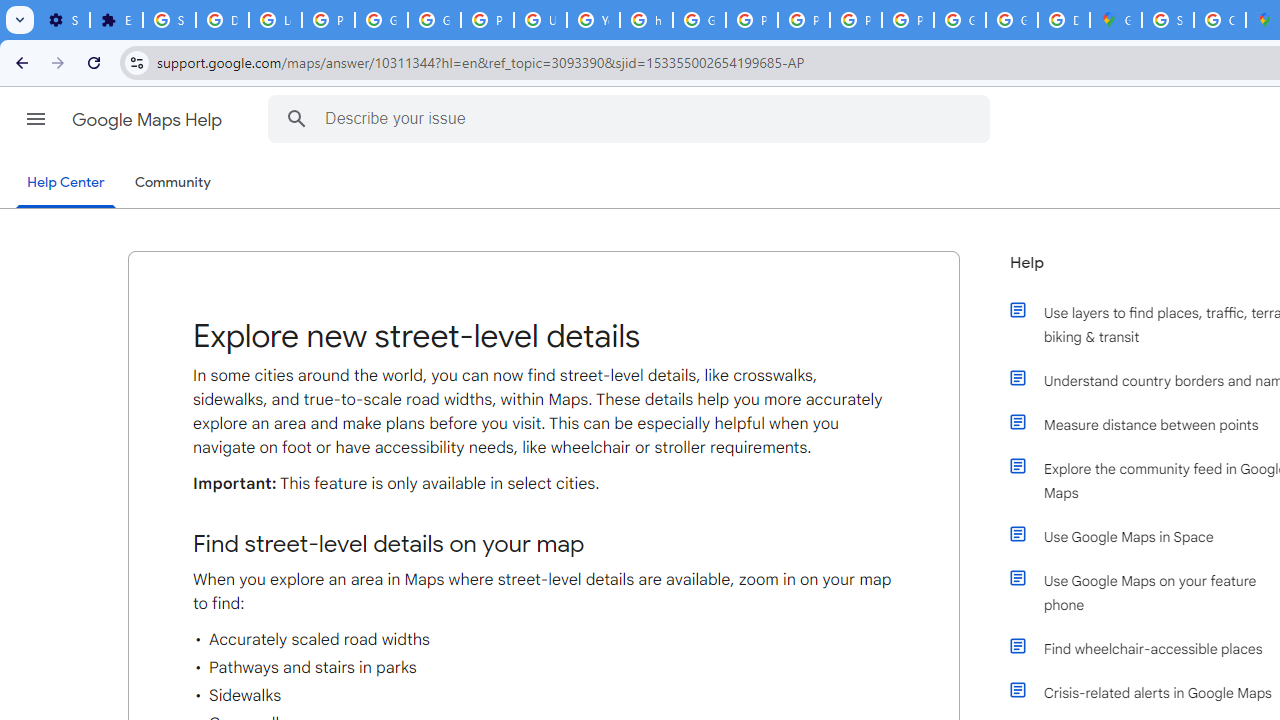 This screenshot has height=720, width=1280. Describe the element at coordinates (222, 20) in the screenshot. I see `'Delete photos & videos - Computer - Google Photos Help'` at that location.